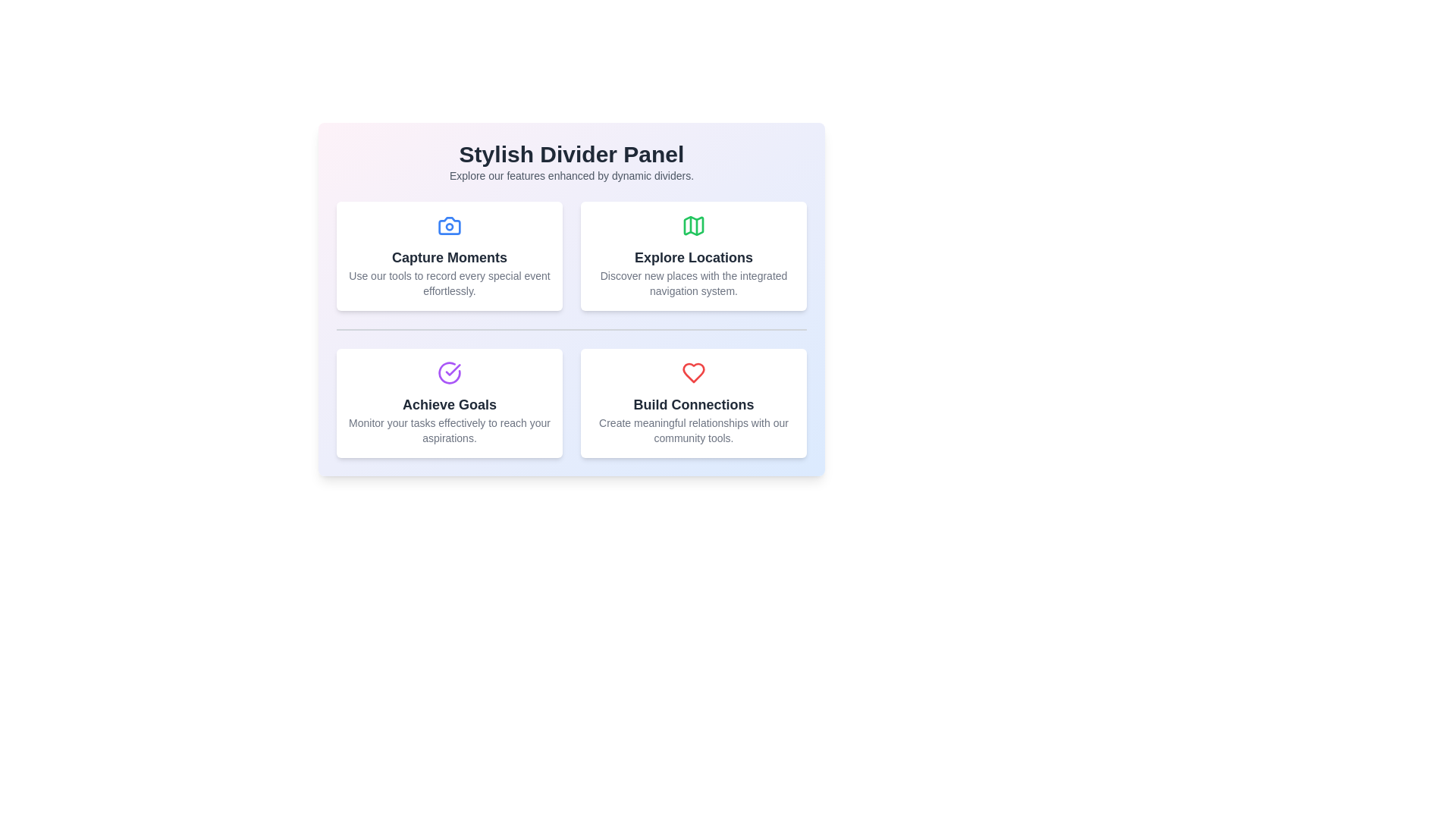 This screenshot has height=819, width=1456. Describe the element at coordinates (693, 256) in the screenshot. I see `the second informational card in the grid layout, which provides details about exploring locations` at that location.